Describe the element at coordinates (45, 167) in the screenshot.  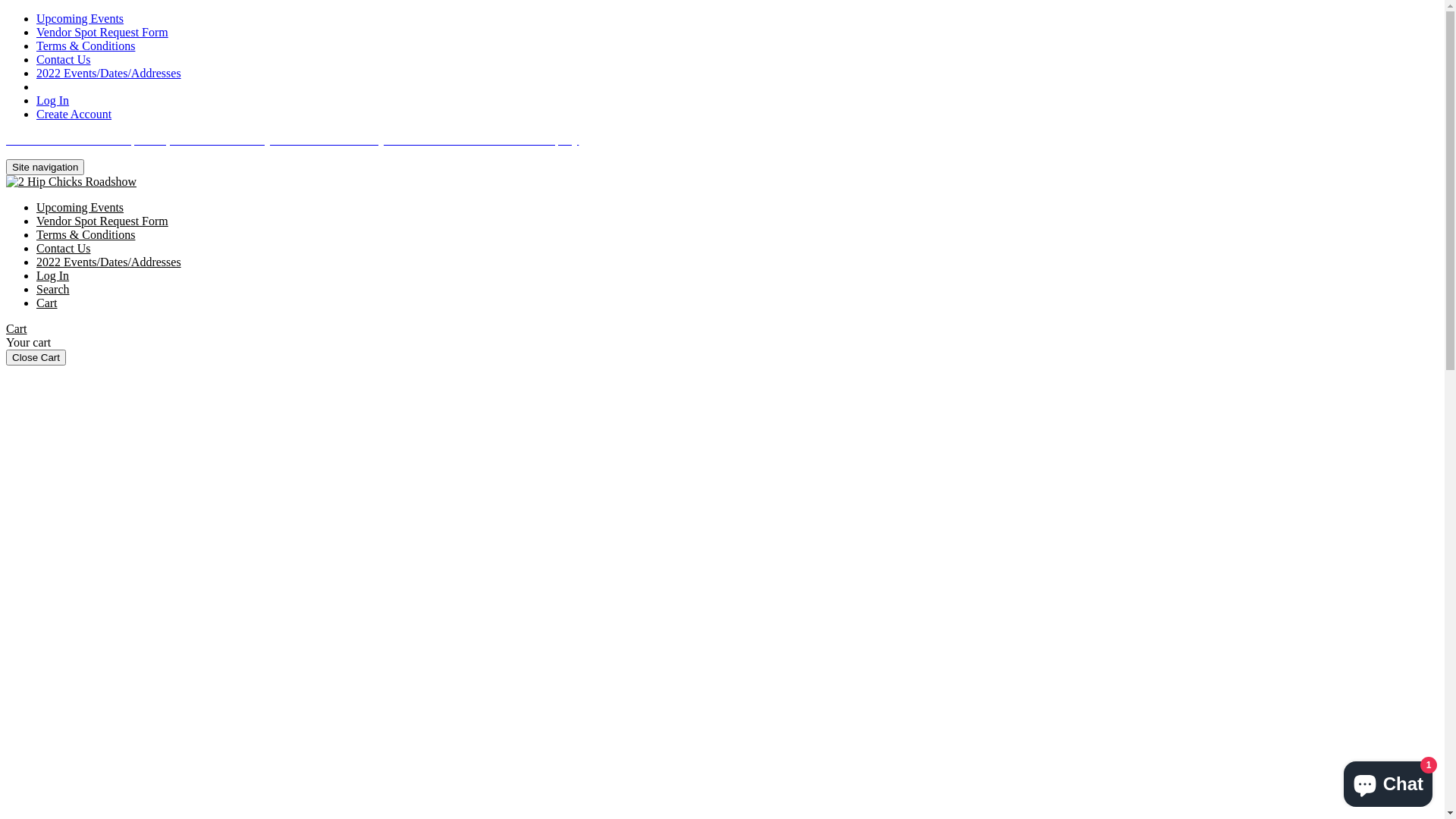
I see `'Site navigation'` at that location.